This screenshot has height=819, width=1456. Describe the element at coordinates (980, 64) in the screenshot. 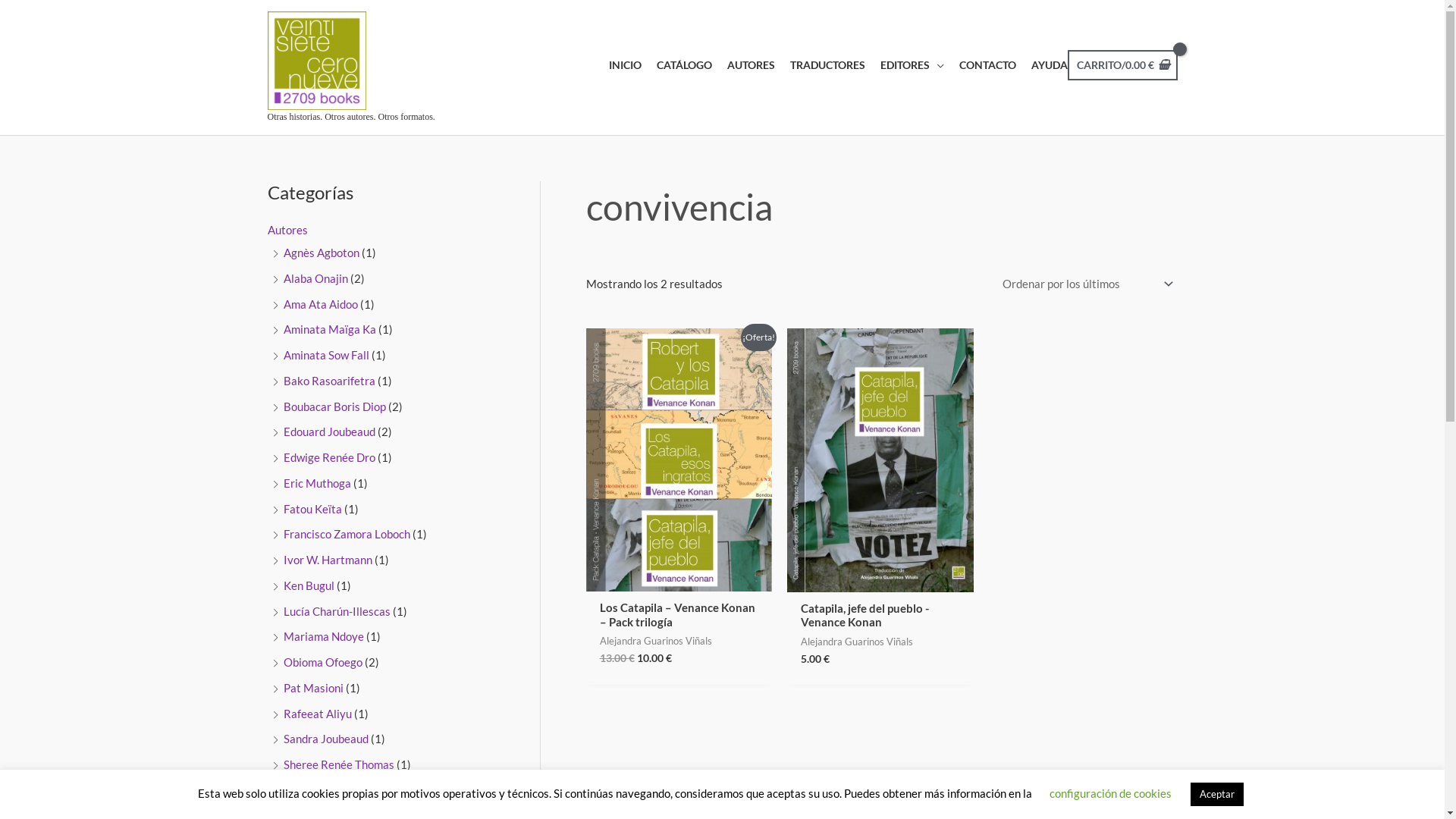

I see `'CONTACTO'` at that location.